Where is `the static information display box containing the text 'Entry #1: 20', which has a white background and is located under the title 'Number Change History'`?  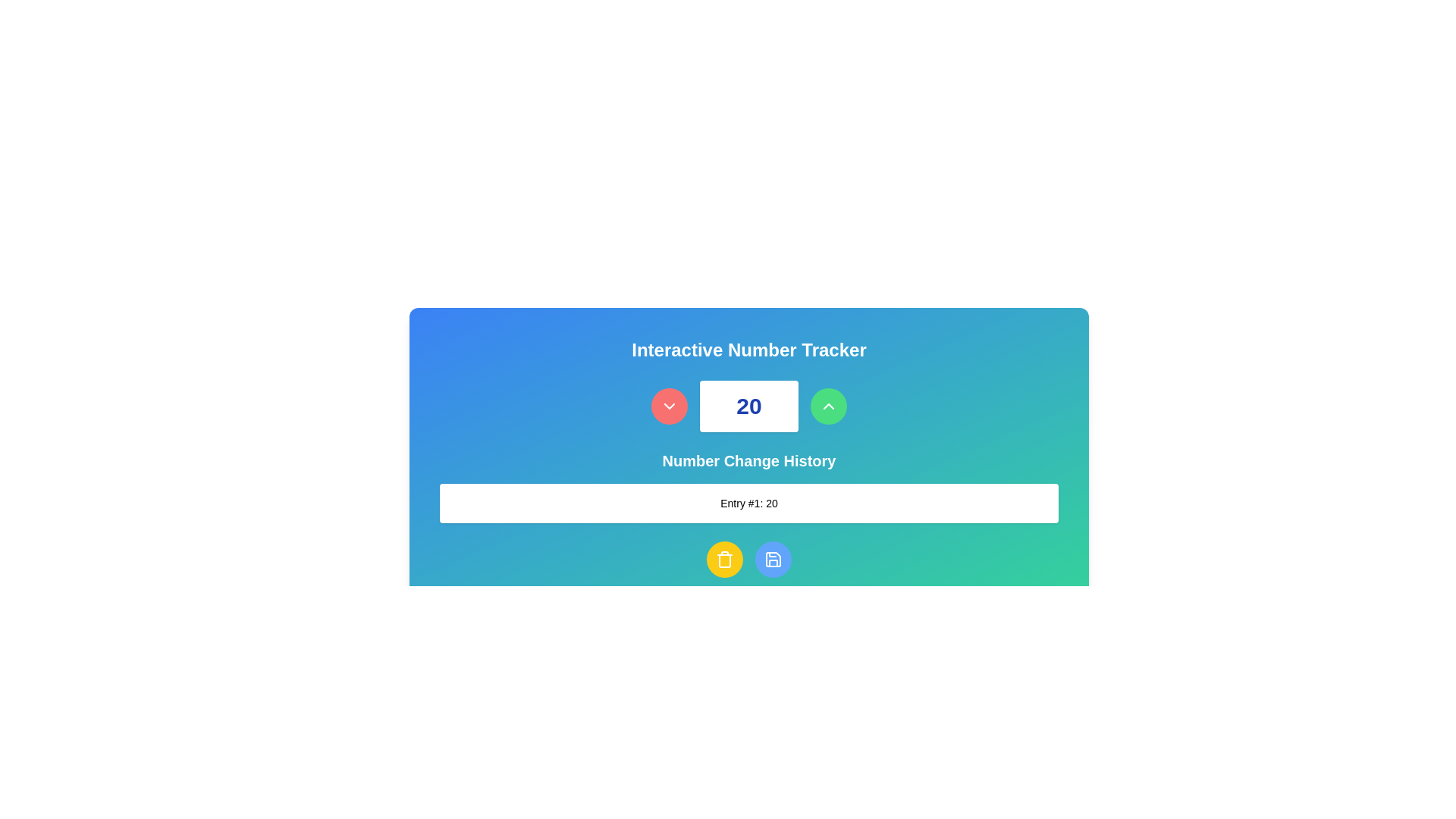 the static information display box containing the text 'Entry #1: 20', which has a white background and is located under the title 'Number Change History' is located at coordinates (749, 503).